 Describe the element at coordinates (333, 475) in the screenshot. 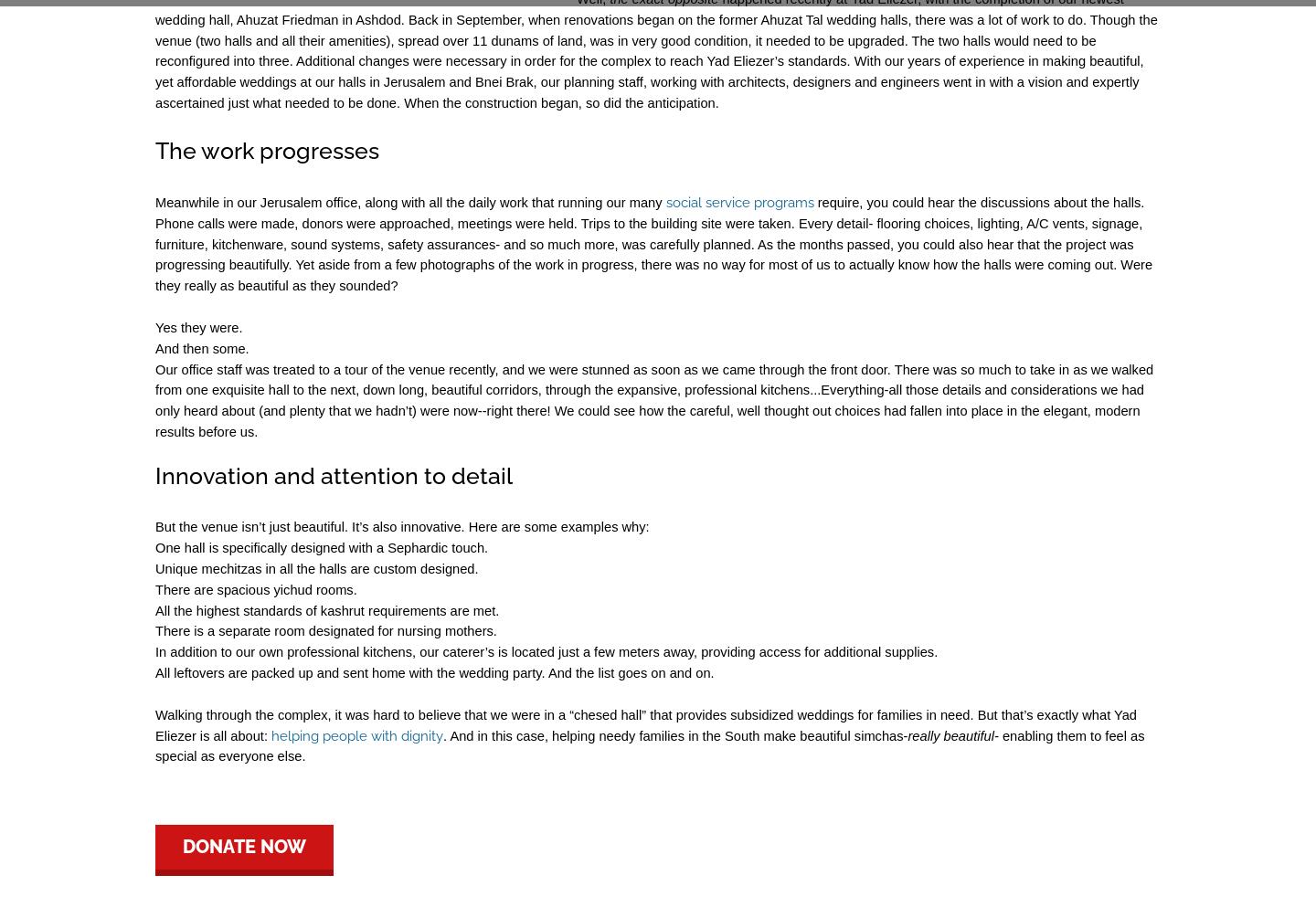

I see `'Innovation and attention to detail'` at that location.